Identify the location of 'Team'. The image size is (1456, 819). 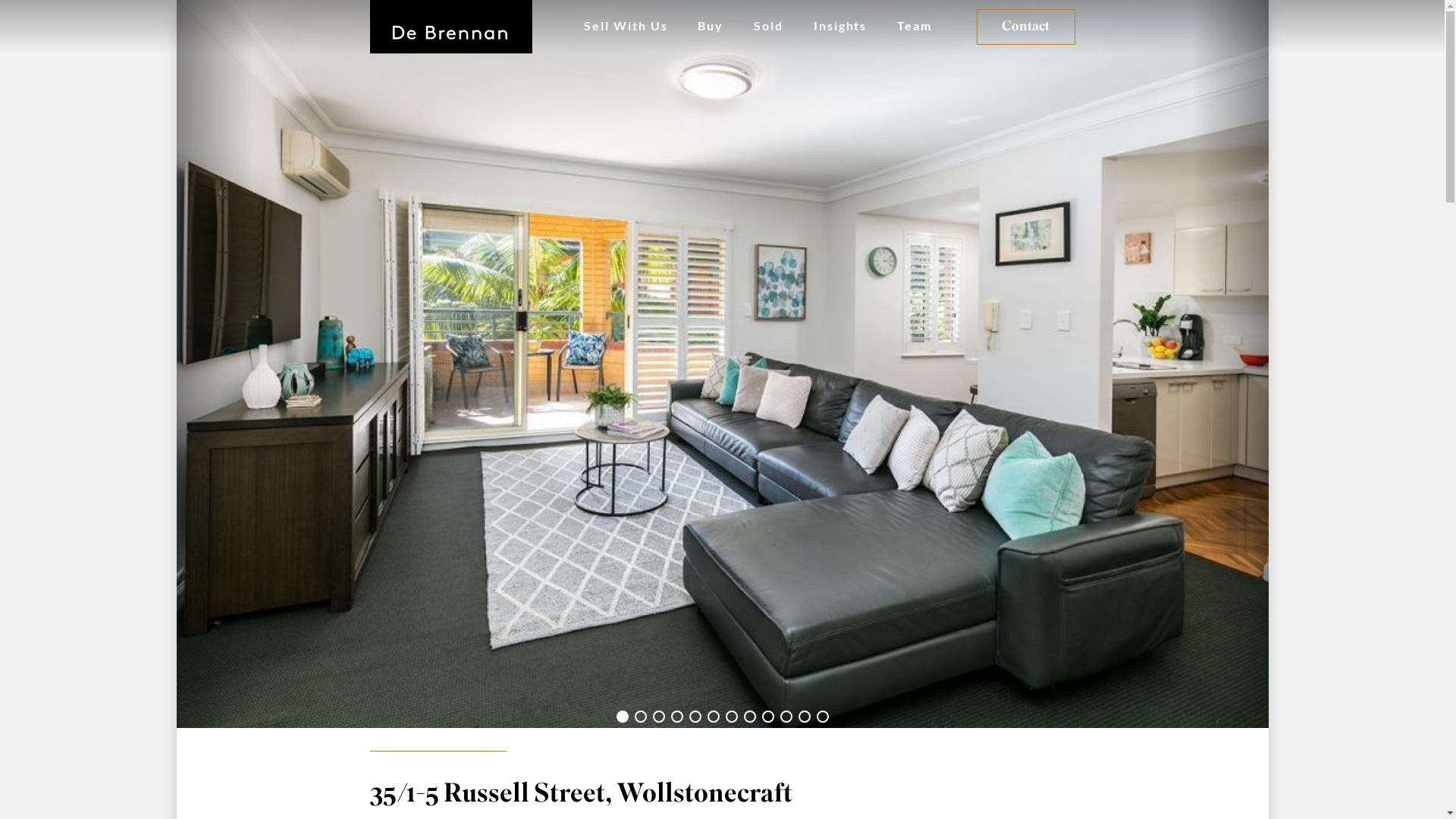
(913, 26).